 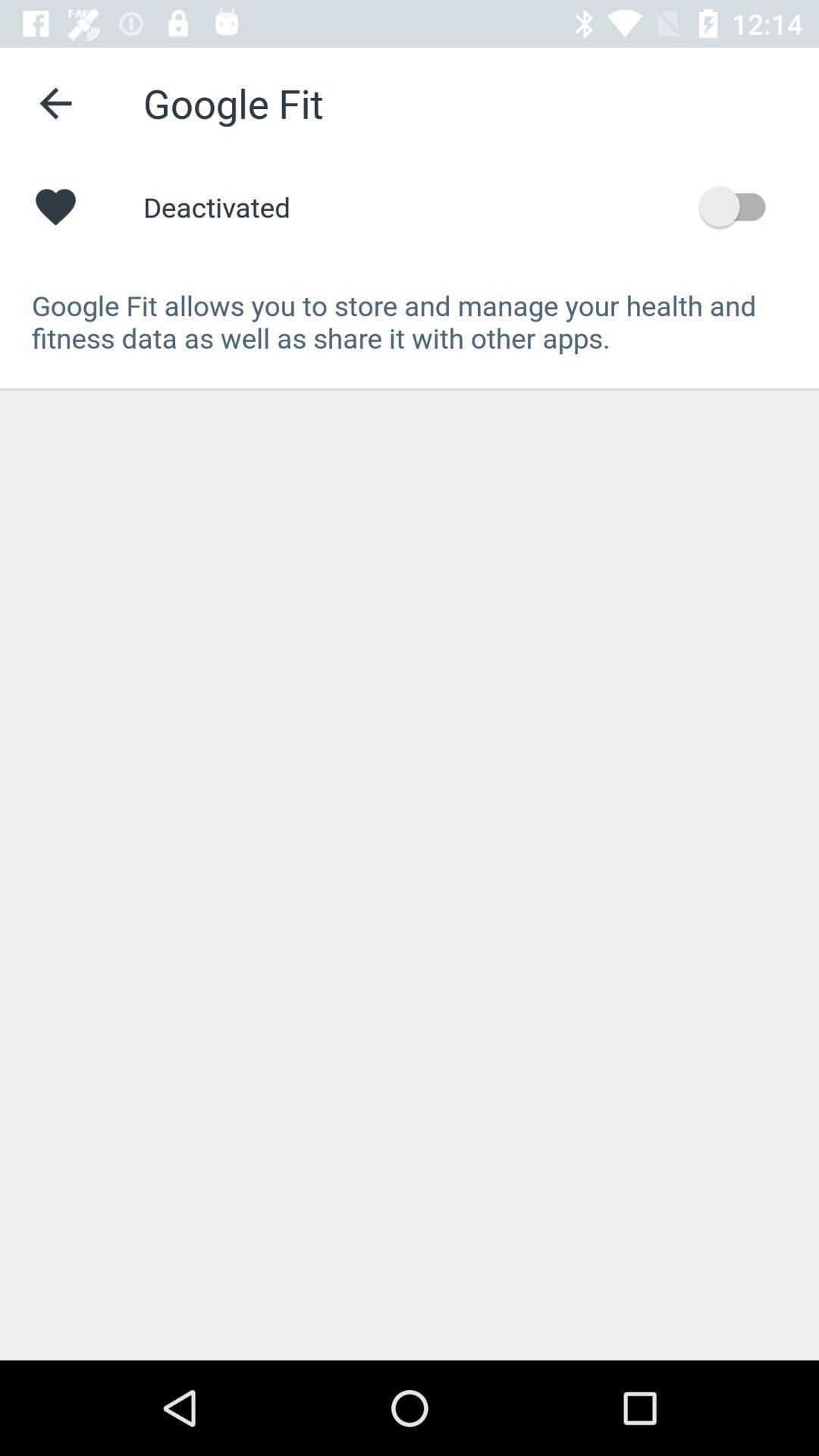 What do you see at coordinates (739, 206) in the screenshot?
I see `the icon above the google fit allows` at bounding box center [739, 206].